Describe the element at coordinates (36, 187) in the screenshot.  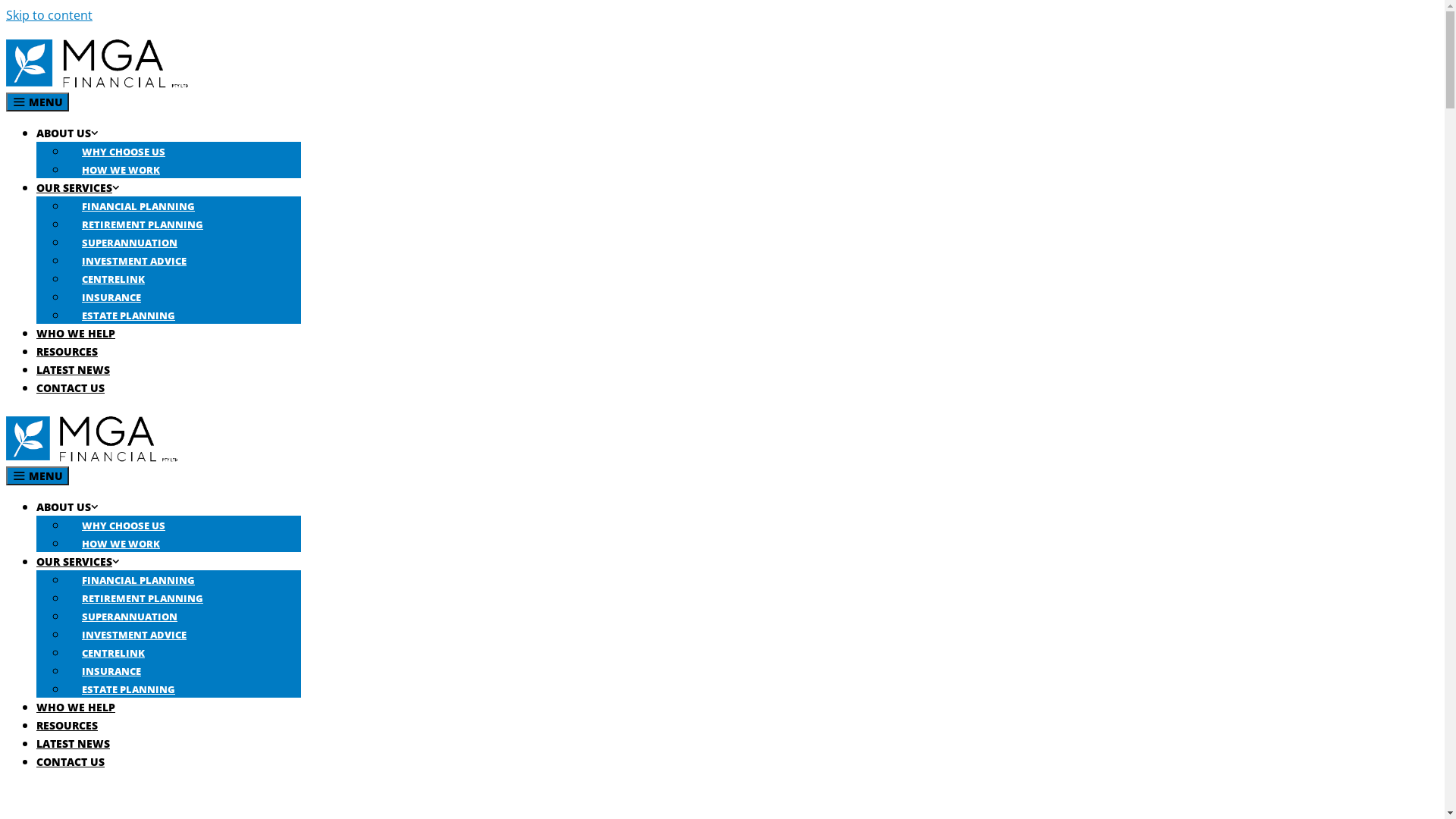
I see `'OUR SERVICES'` at that location.